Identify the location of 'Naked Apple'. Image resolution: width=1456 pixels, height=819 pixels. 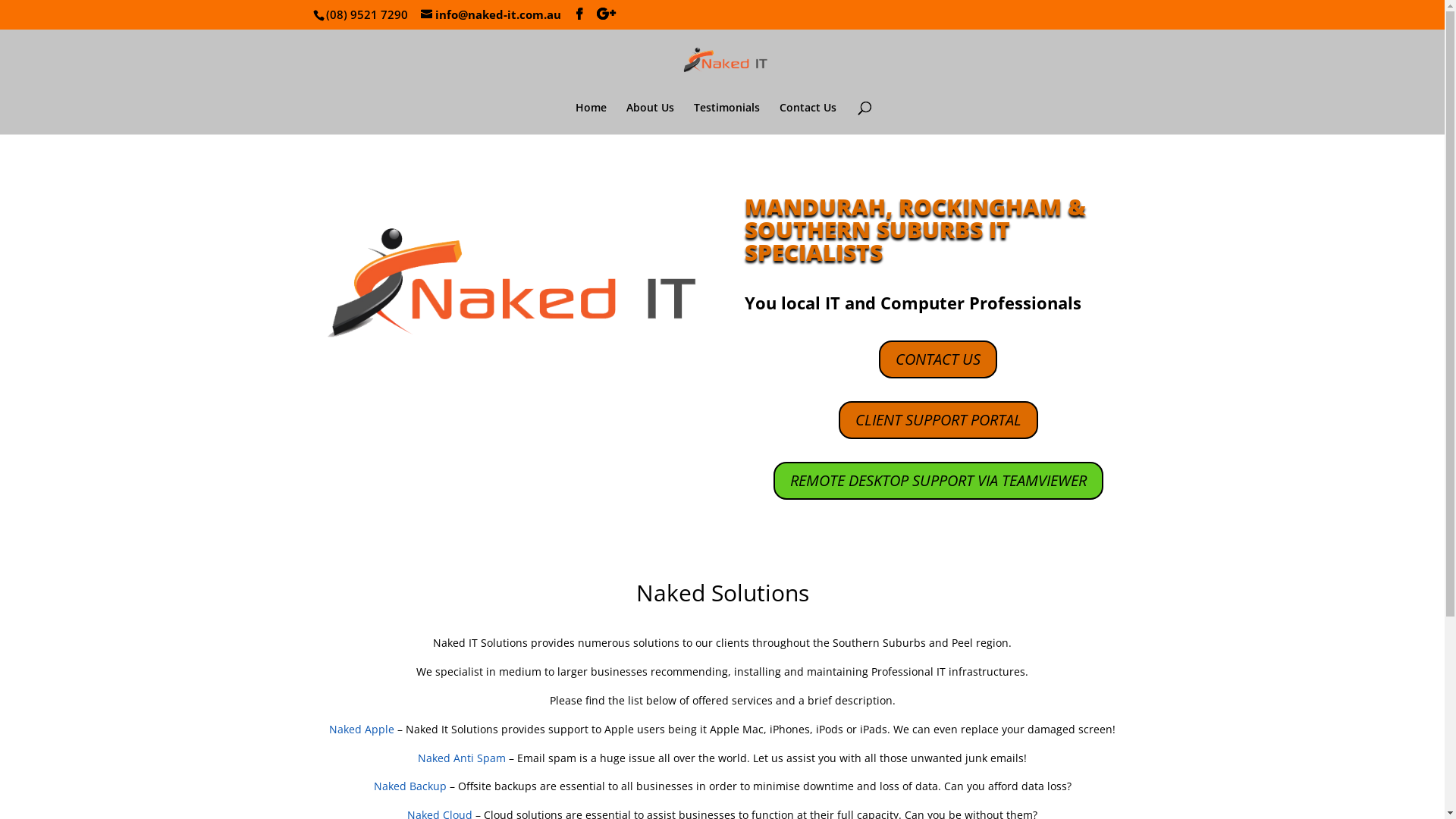
(360, 728).